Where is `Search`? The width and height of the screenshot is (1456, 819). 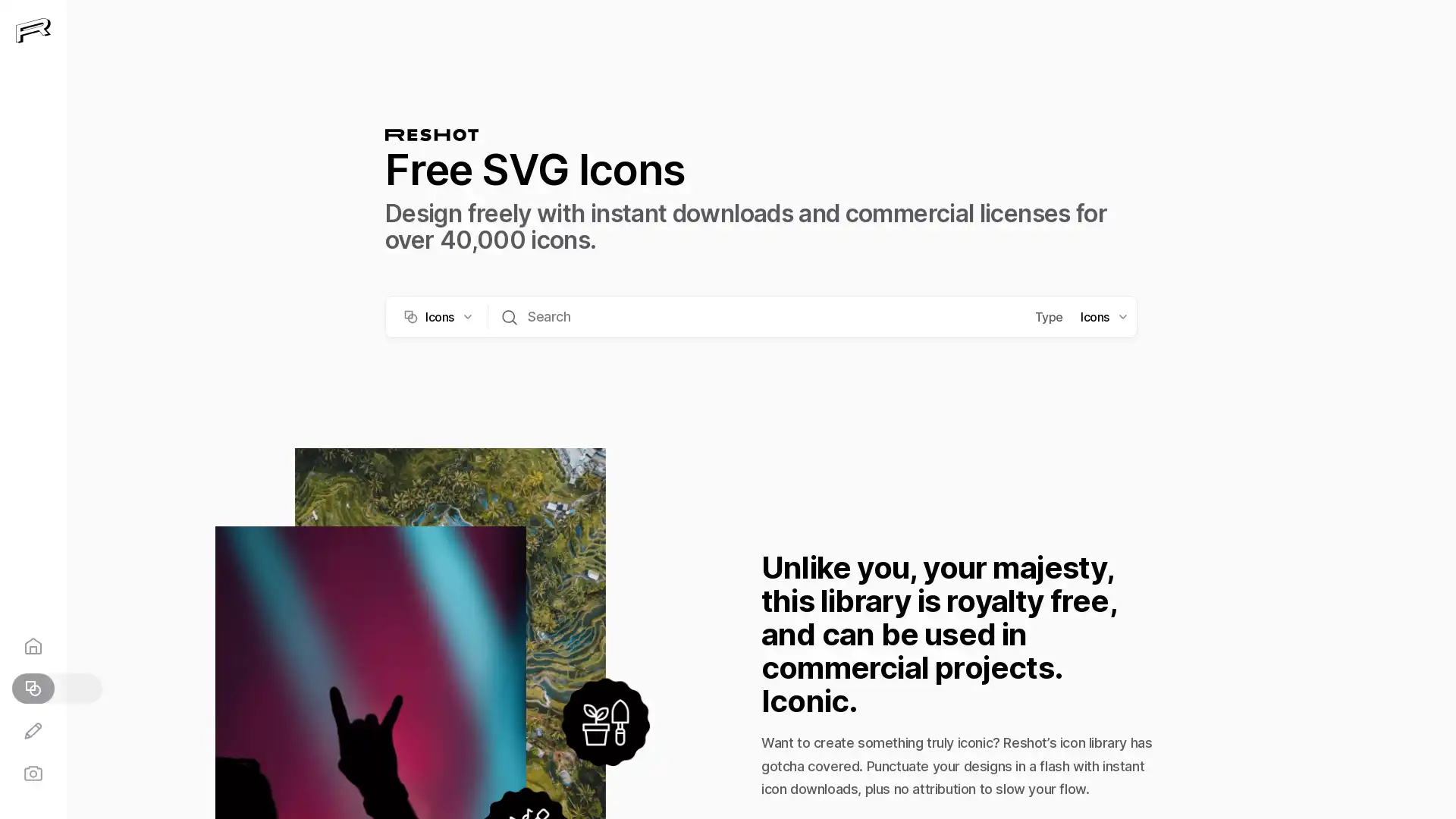
Search is located at coordinates (510, 315).